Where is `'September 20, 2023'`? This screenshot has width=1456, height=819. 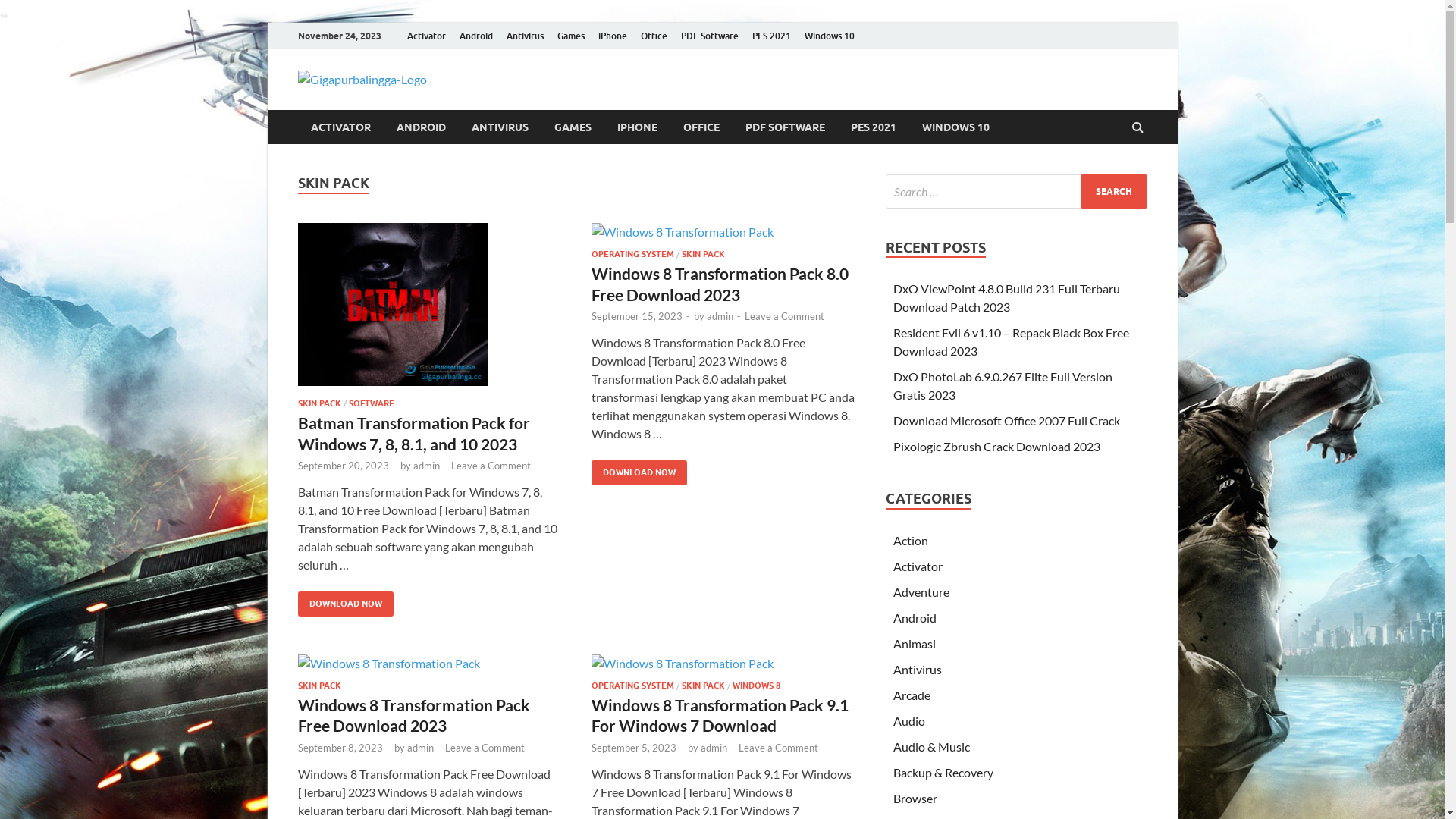
'September 20, 2023' is located at coordinates (341, 464).